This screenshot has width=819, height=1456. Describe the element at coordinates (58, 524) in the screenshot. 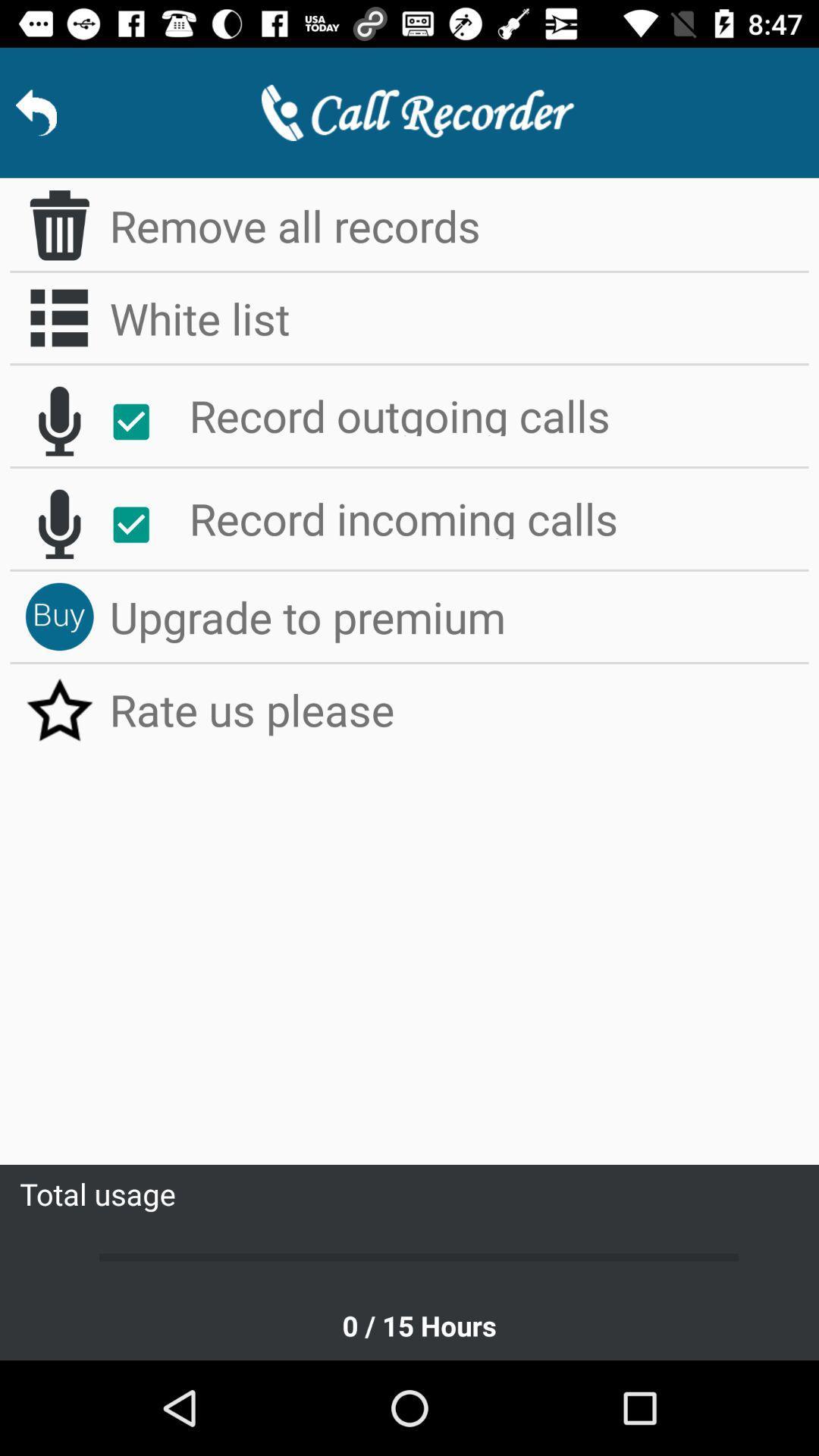

I see `incoming calls` at that location.